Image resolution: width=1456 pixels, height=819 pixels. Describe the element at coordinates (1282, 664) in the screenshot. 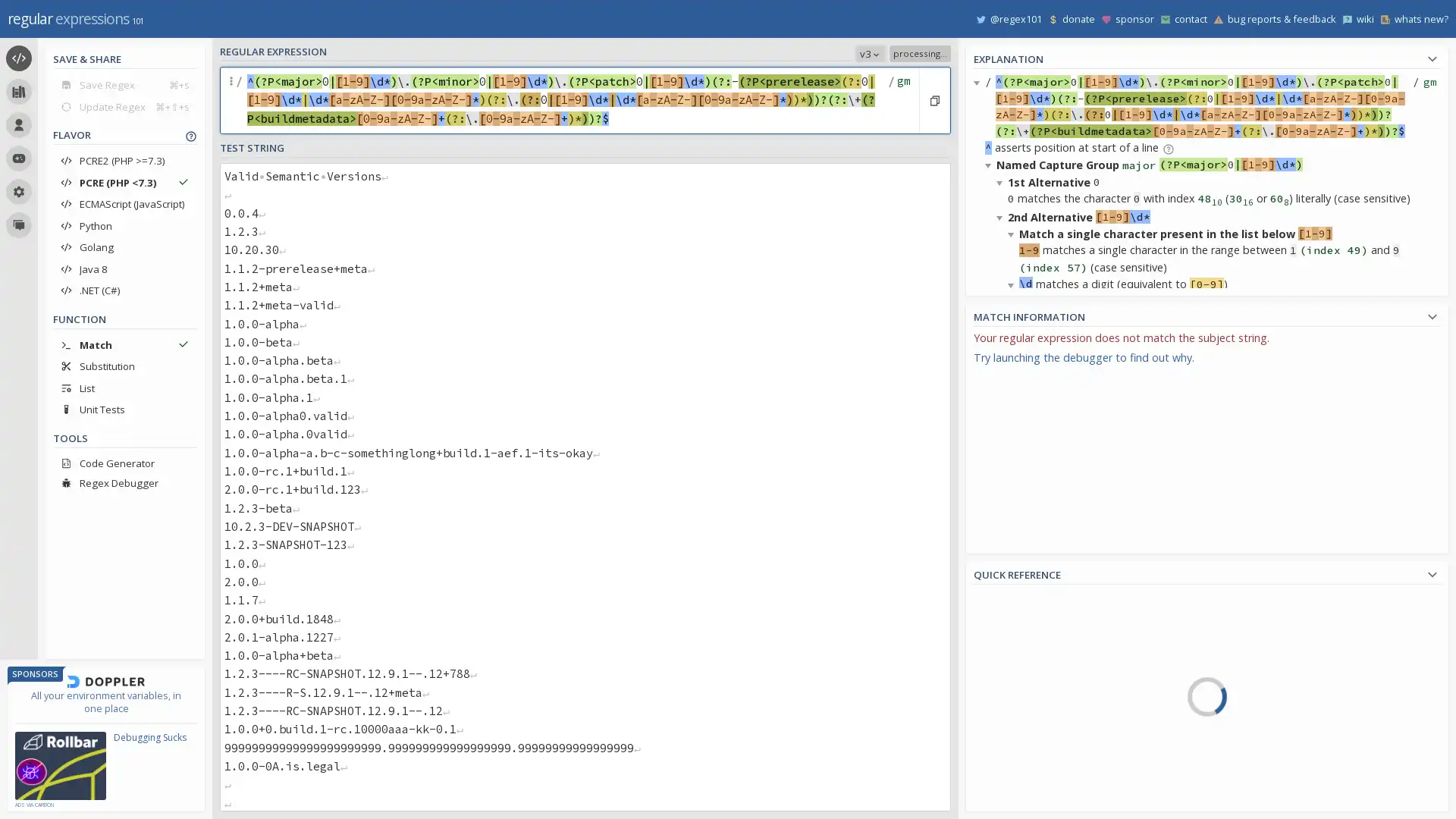

I see `A character not in the range: a-z [^a-z]` at that location.